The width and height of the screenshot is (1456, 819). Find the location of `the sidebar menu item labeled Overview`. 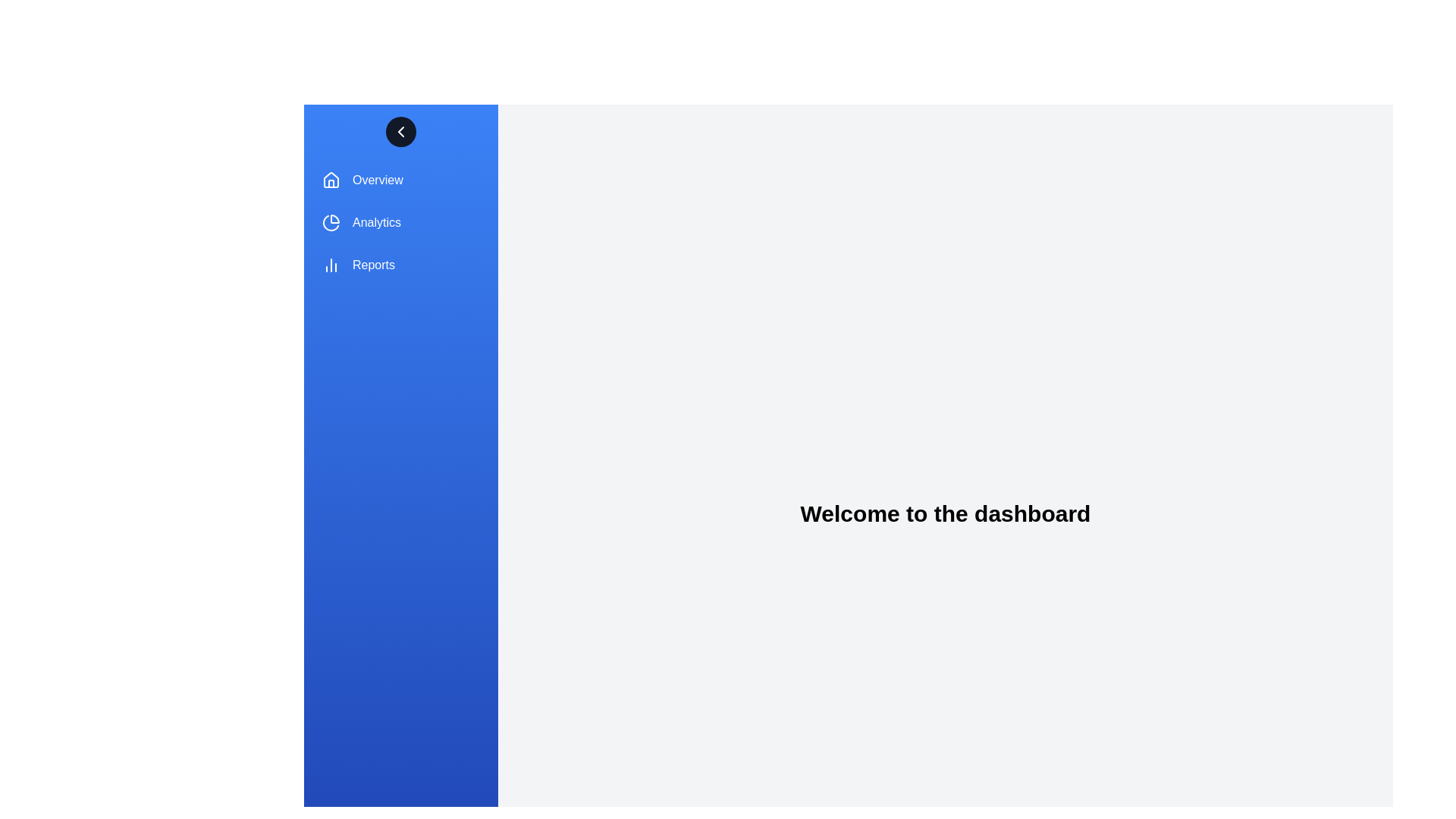

the sidebar menu item labeled Overview is located at coordinates (400, 180).